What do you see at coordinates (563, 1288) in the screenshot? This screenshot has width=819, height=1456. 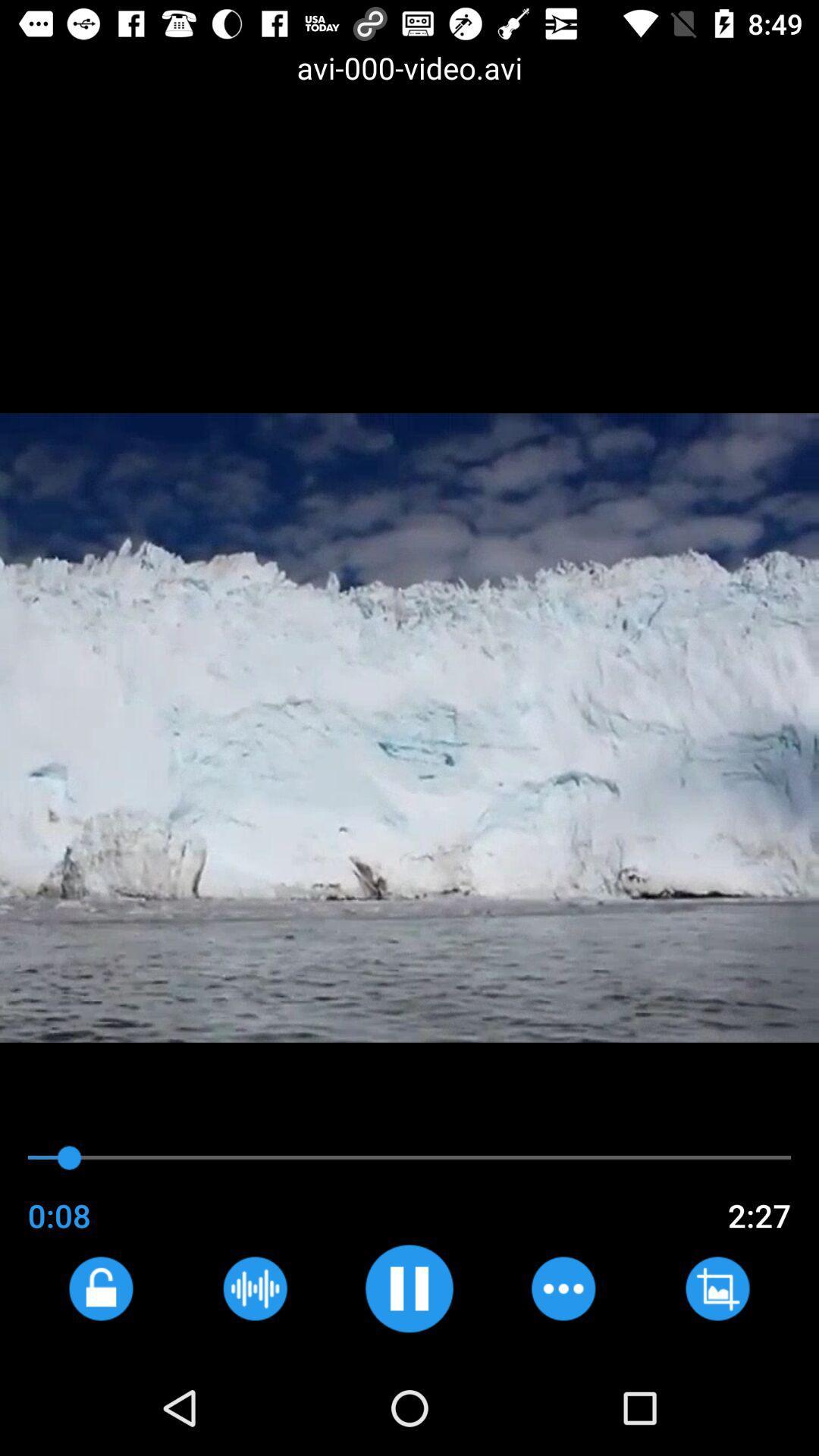 I see `skip ahead` at bounding box center [563, 1288].